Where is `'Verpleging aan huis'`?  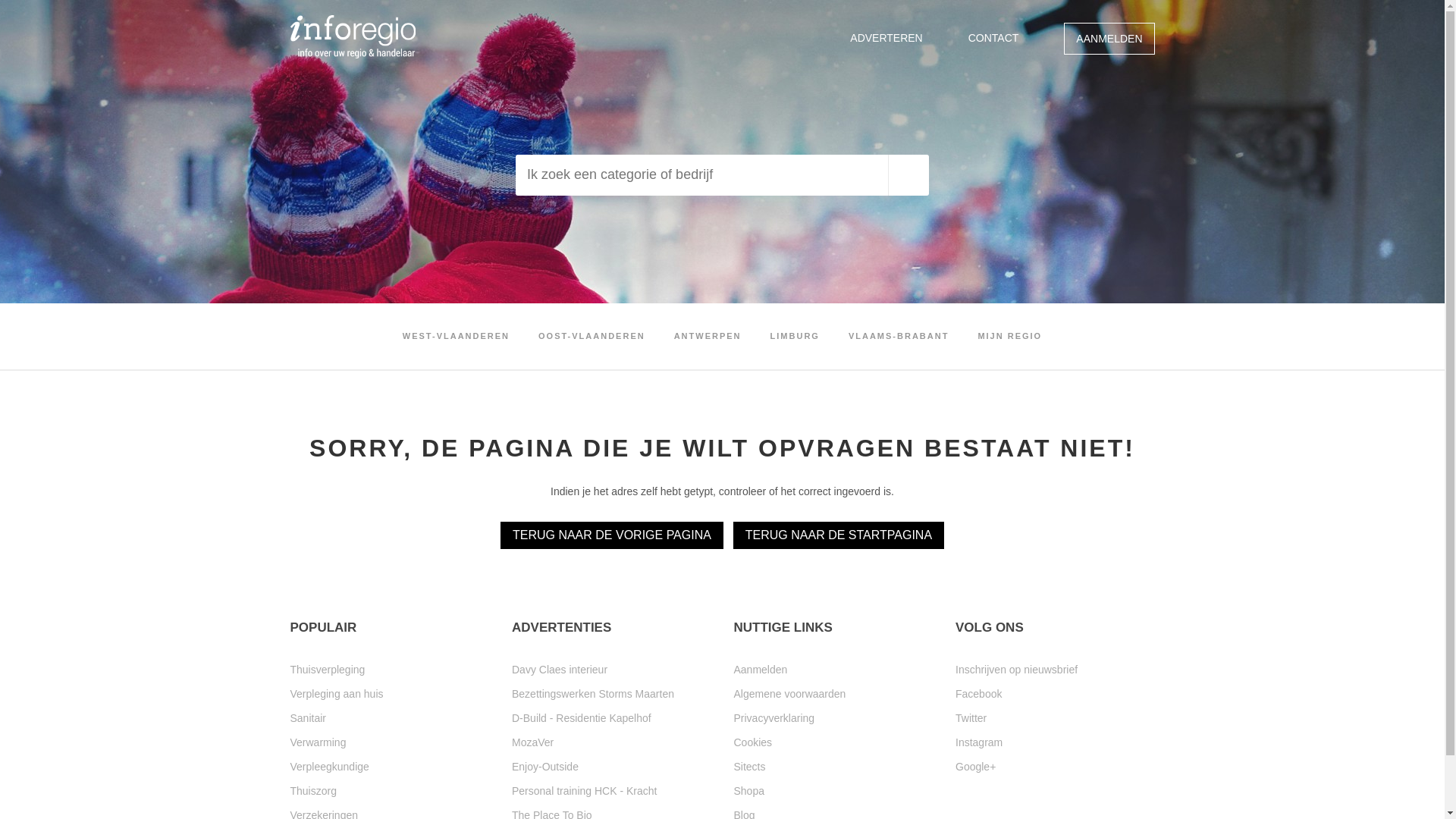
'Verpleging aan huis' is located at coordinates (389, 693).